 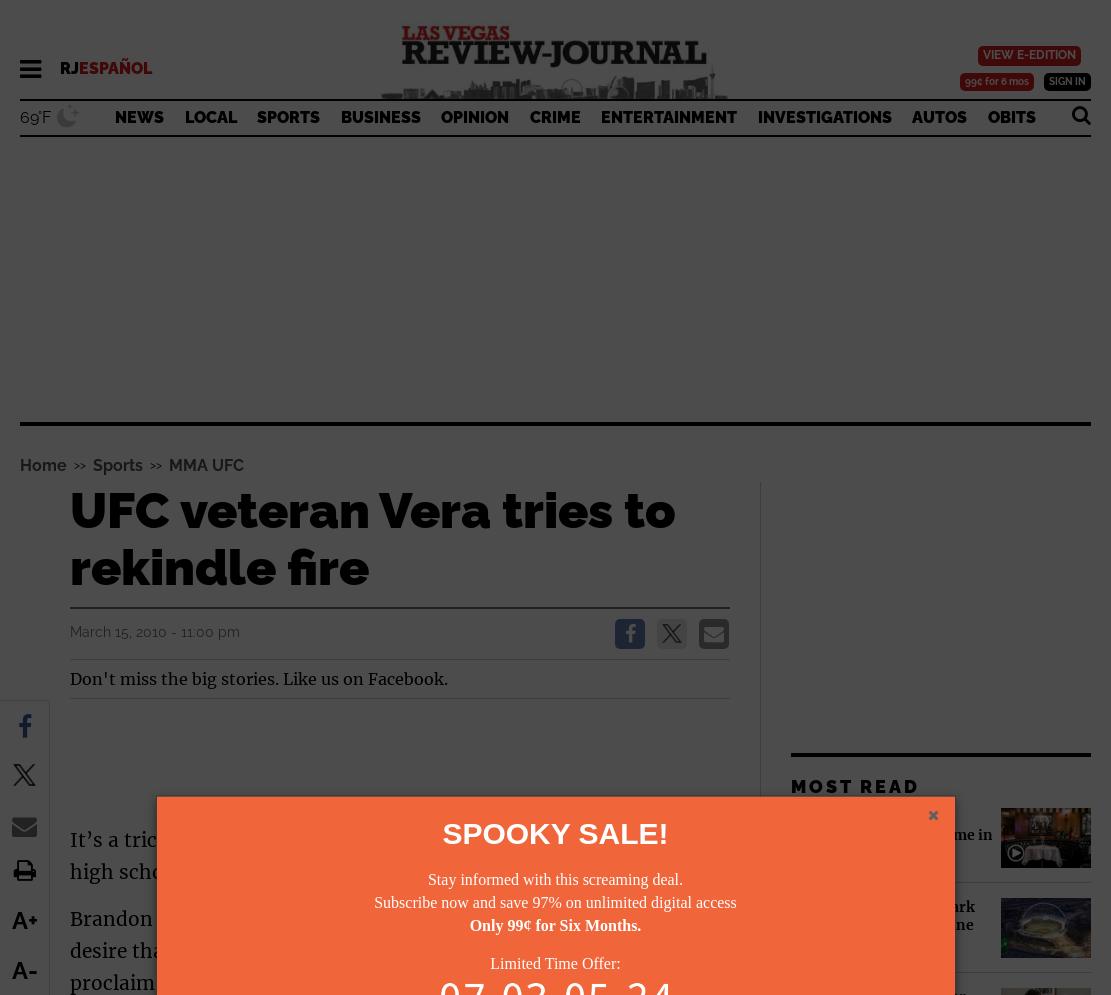 I want to click on 'Brandon Vera has employed it in an effort to recapture some of the desire that made much of the mixed martial arts community proclaim him a prodigy when he first burst on the scene.', so click(x=387, y=950).